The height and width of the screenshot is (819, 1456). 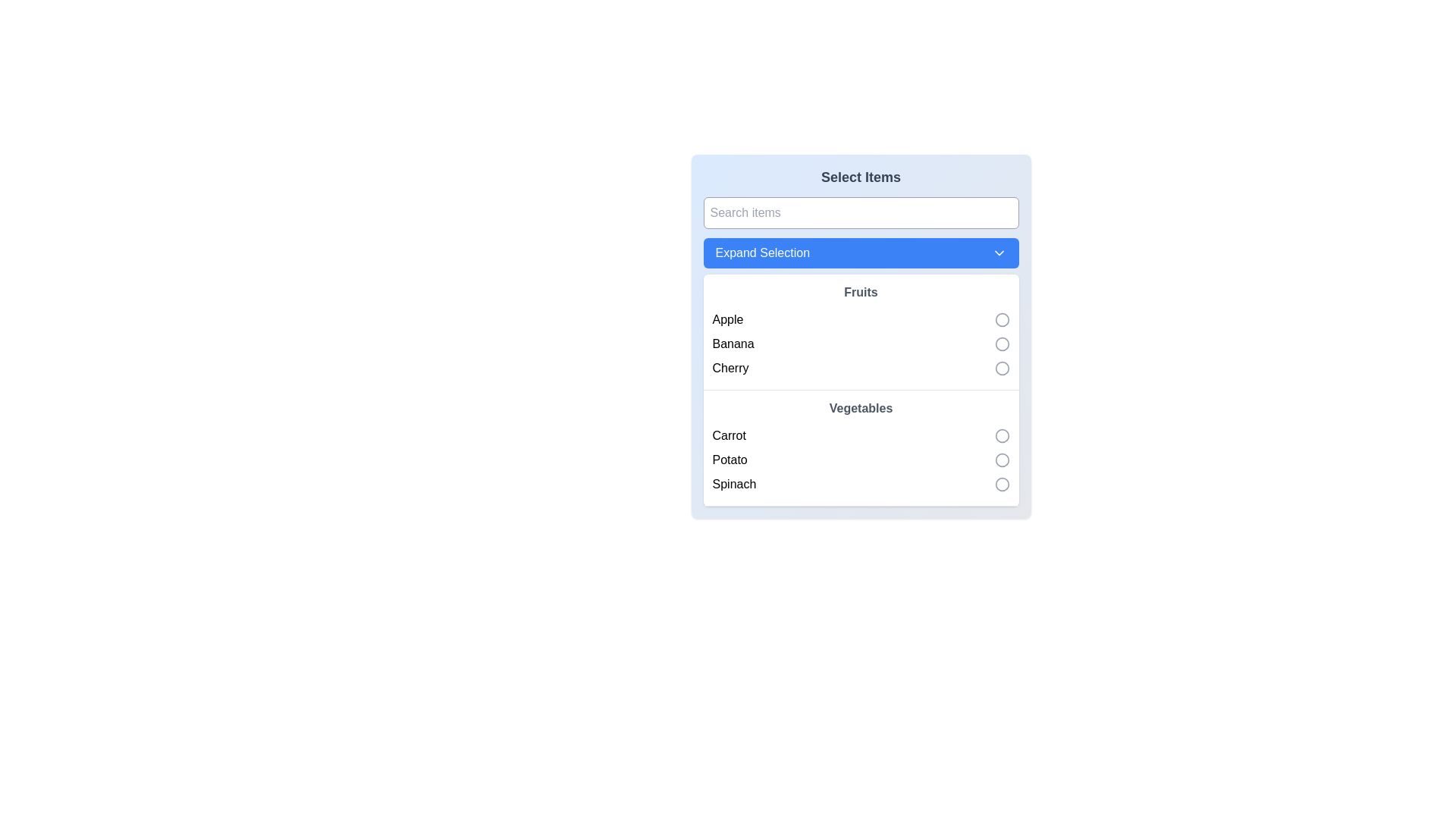 What do you see at coordinates (861, 408) in the screenshot?
I see `the 'Vegetables' category heading text label that indicates related items such as 'Carrot', 'Potato', and 'Spinach'` at bounding box center [861, 408].